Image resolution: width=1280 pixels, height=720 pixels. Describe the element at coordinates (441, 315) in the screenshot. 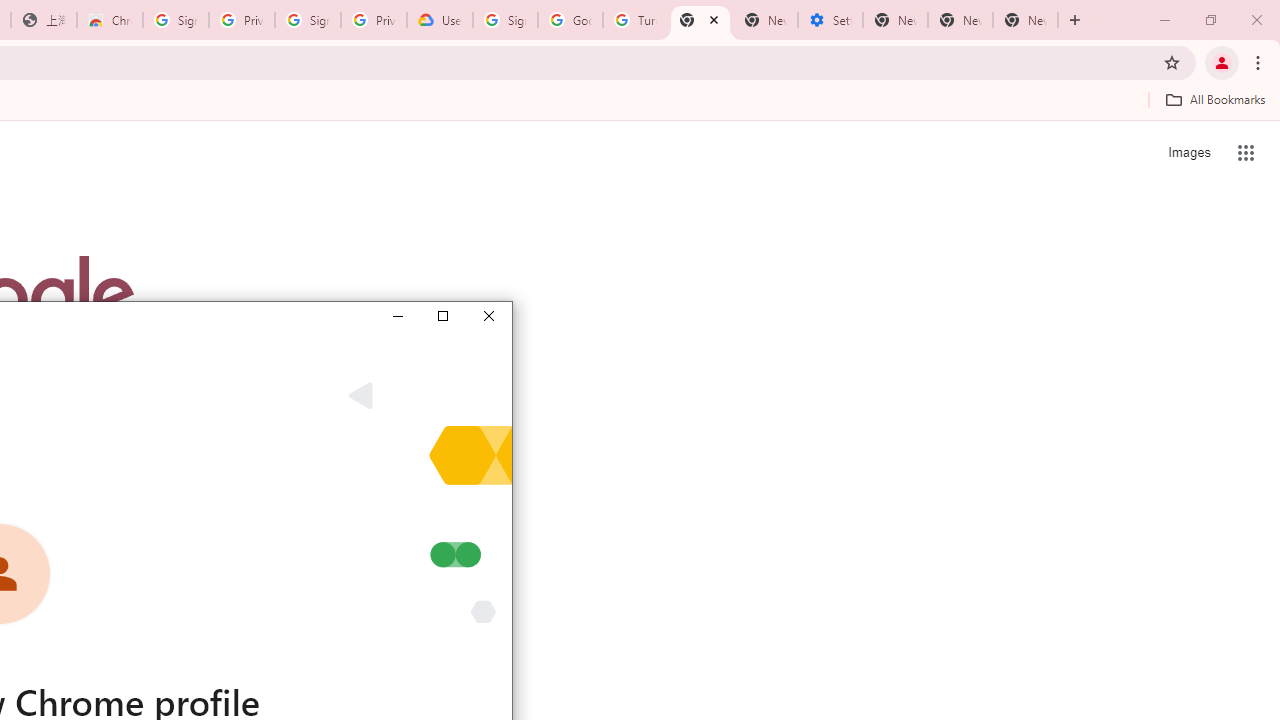

I see `'Maximize'` at that location.